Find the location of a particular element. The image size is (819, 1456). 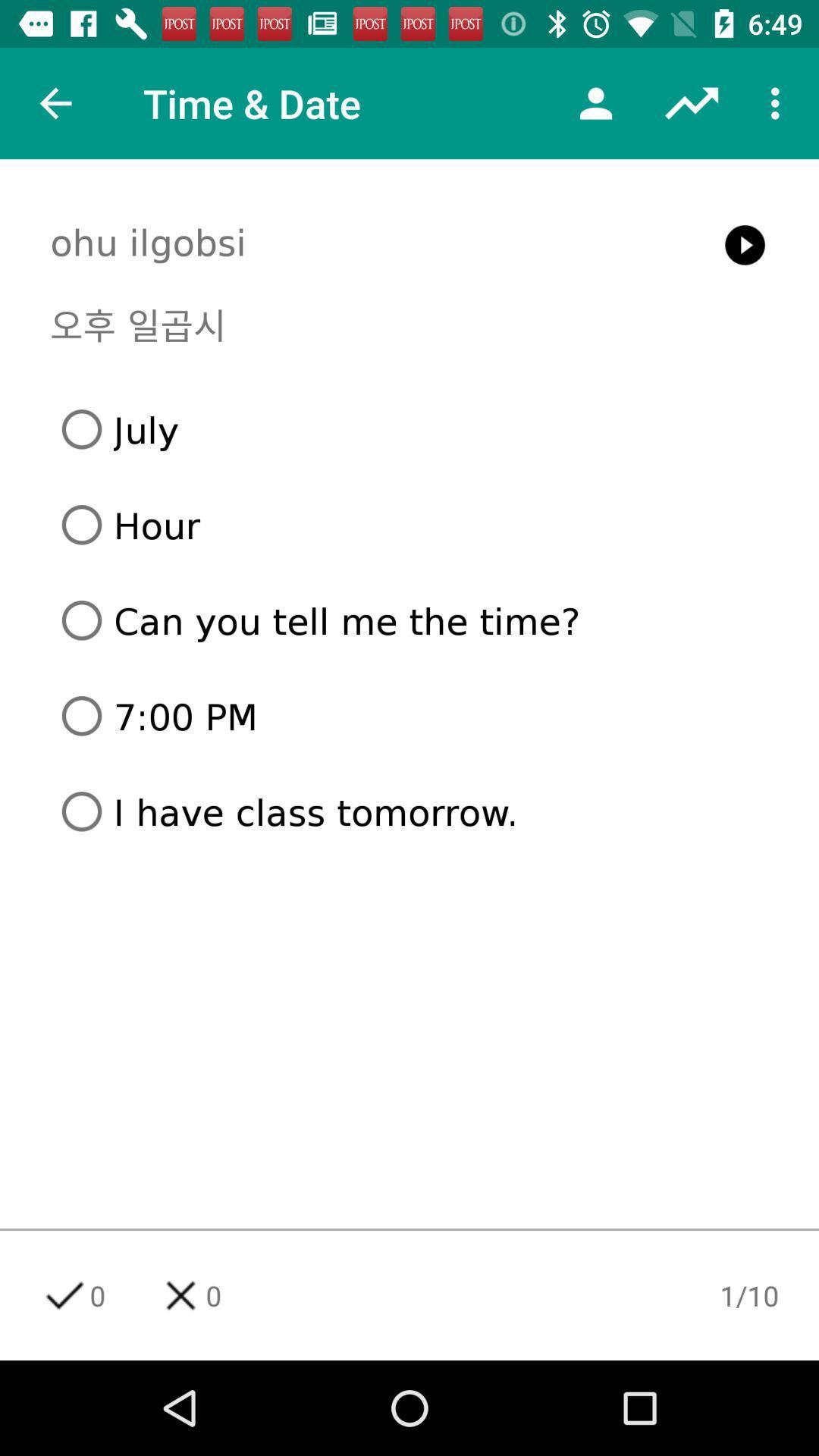

the icon to the right of the time & date is located at coordinates (595, 102).